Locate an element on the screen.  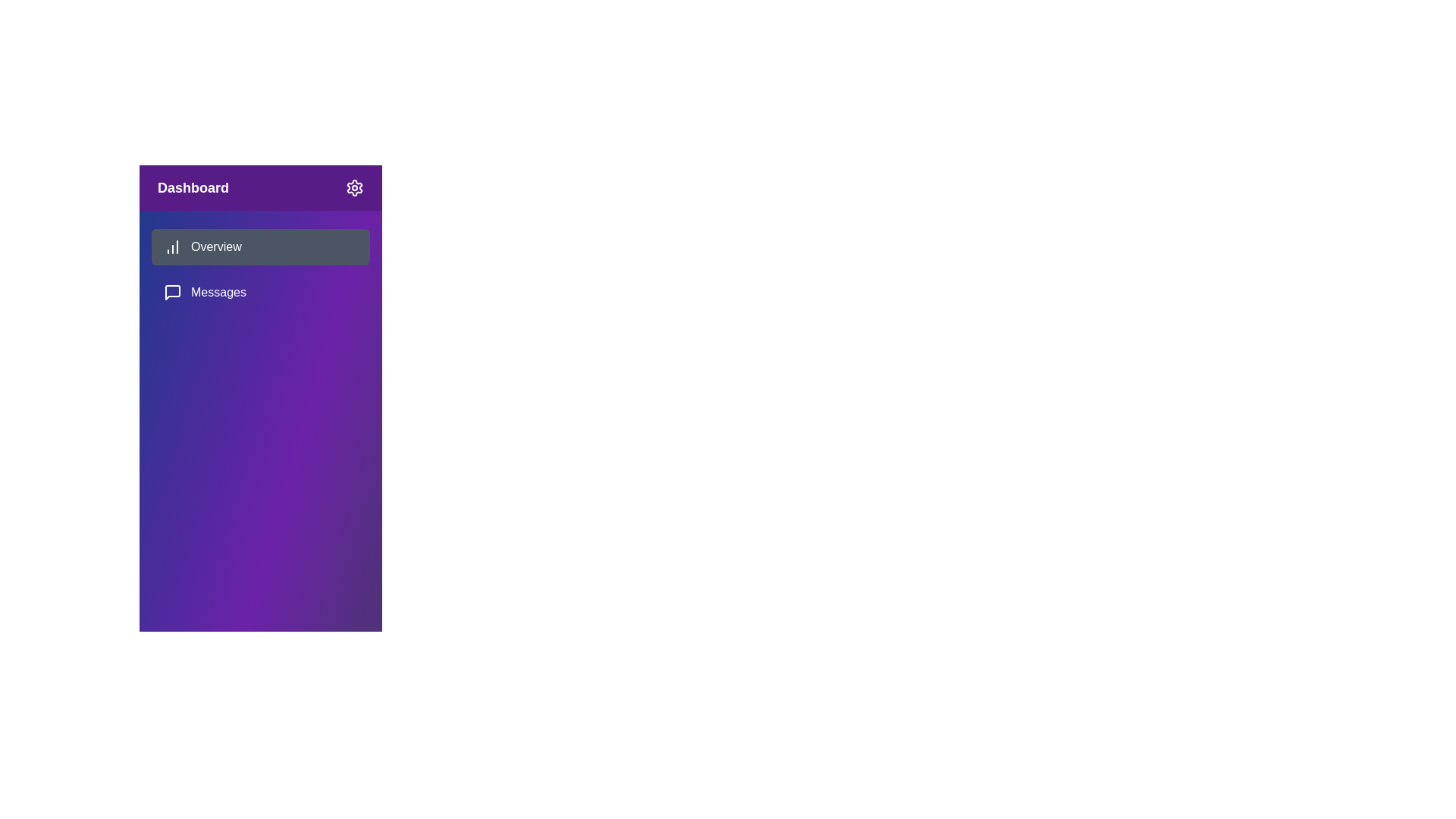
the settings button located in the top-right corner of the sidebar is located at coordinates (353, 187).